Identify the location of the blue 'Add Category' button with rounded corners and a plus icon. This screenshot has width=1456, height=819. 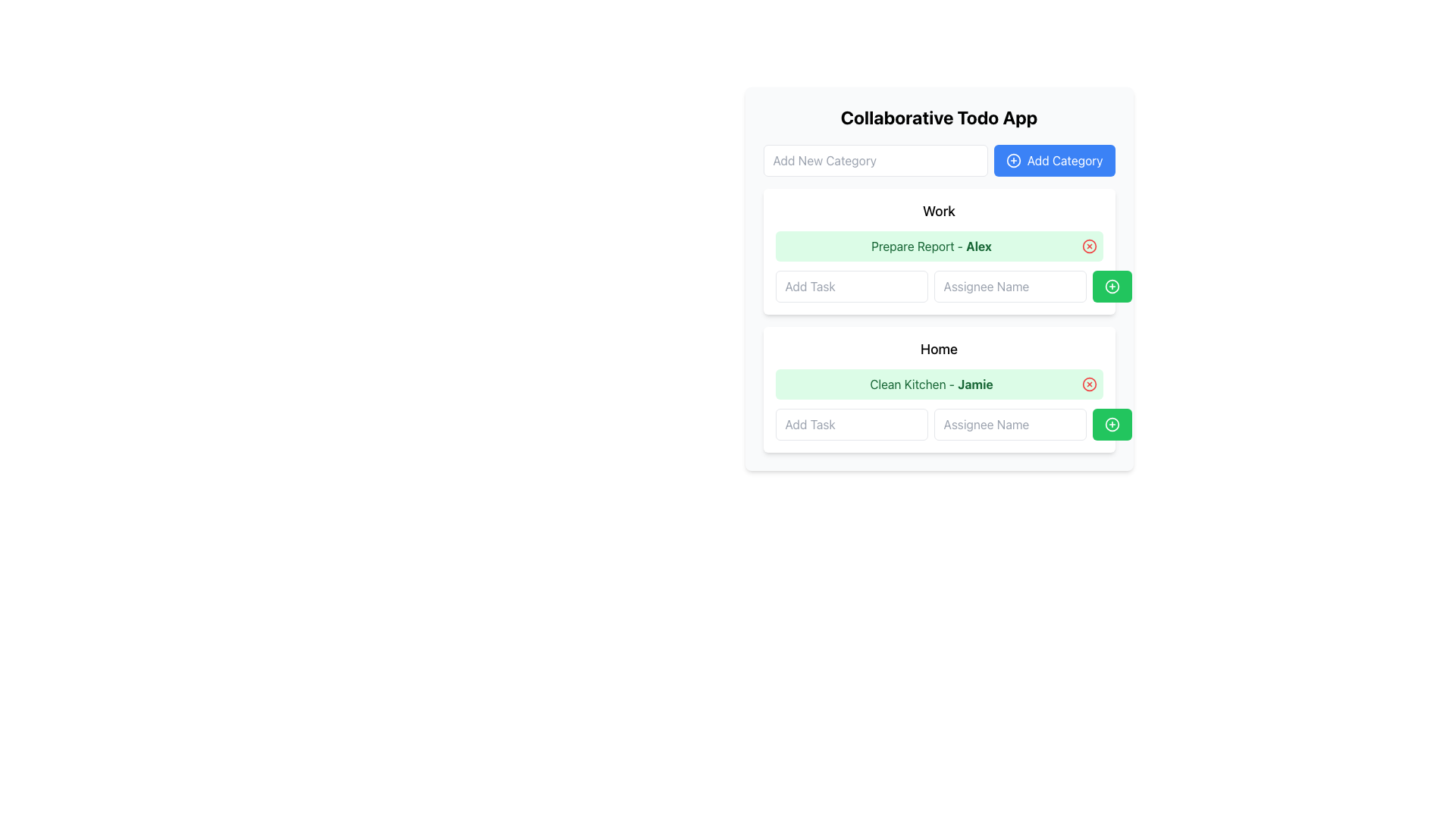
(1053, 161).